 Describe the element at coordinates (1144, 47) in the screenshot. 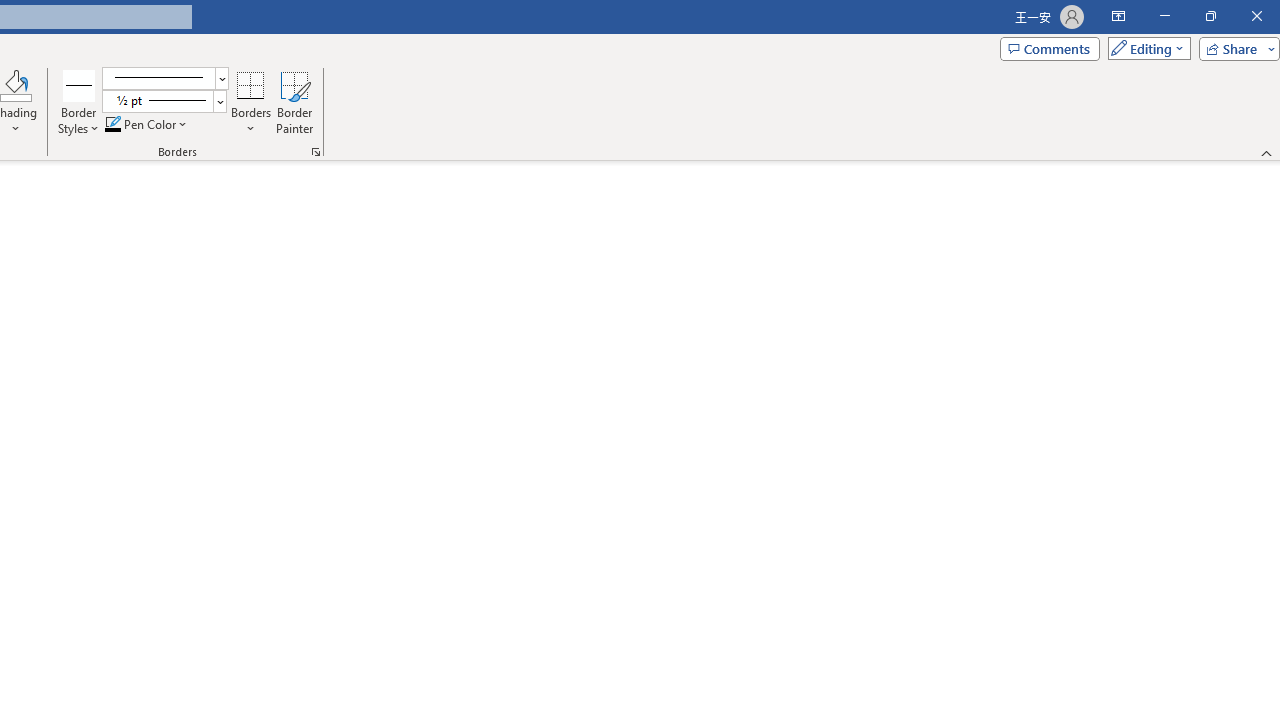

I see `'Editing'` at that location.